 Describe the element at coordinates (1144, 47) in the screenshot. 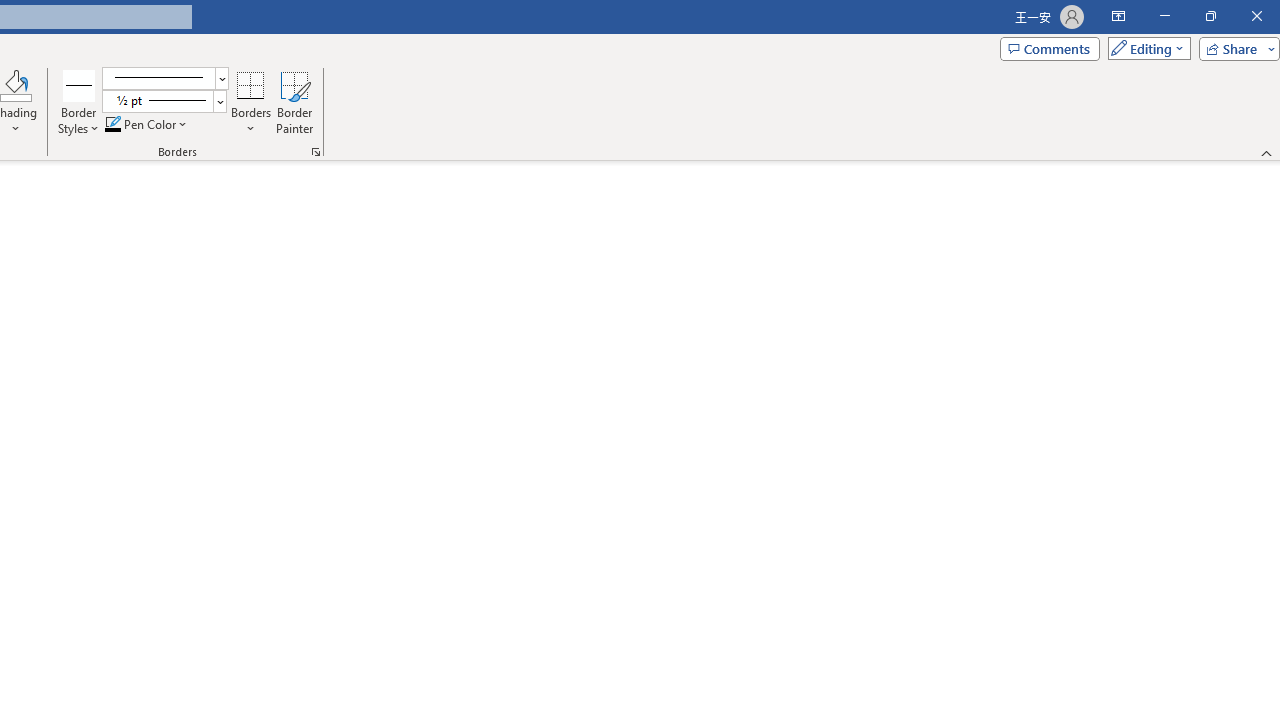

I see `'Editing'` at that location.